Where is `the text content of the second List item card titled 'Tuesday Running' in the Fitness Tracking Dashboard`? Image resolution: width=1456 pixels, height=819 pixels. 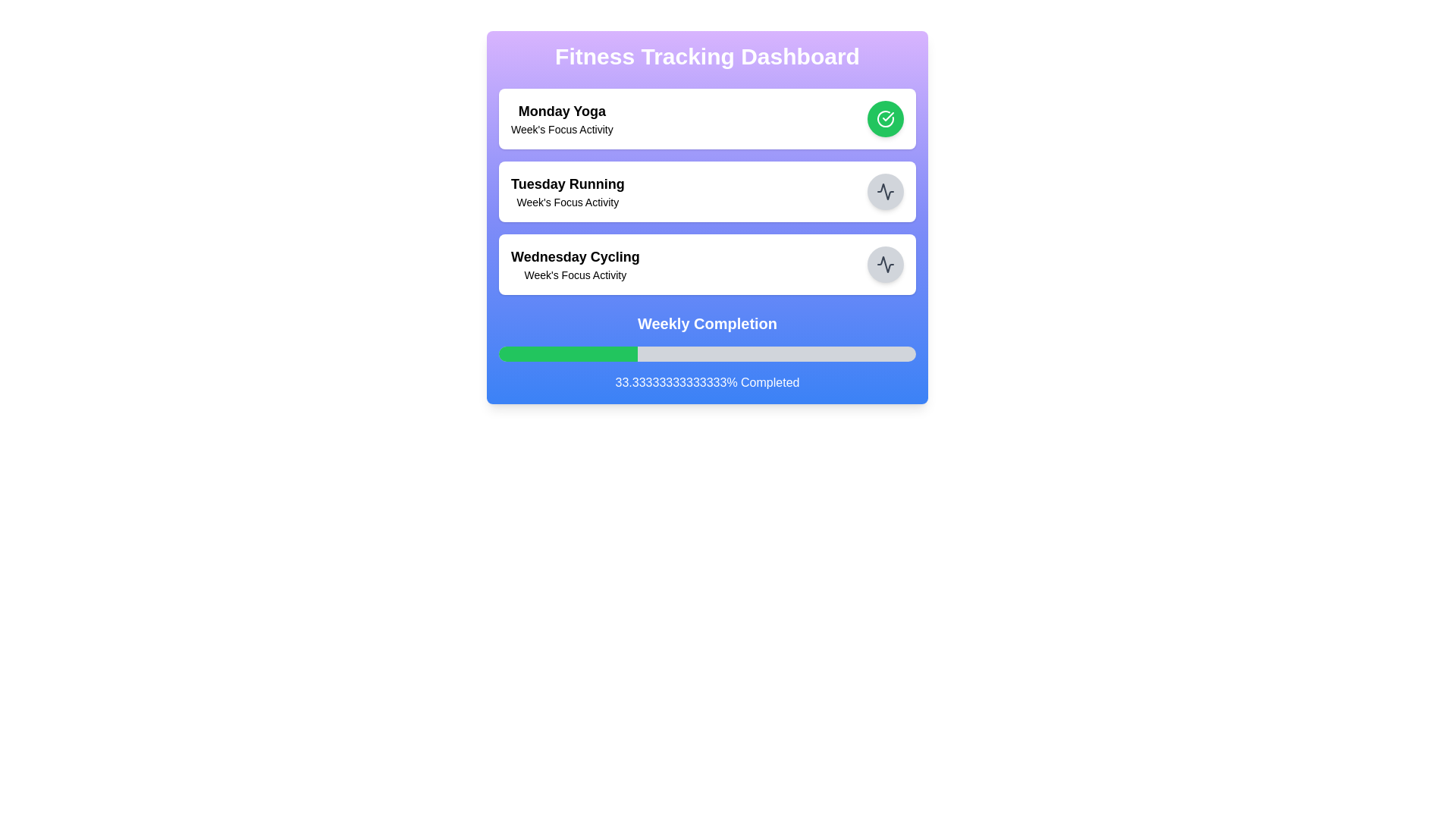 the text content of the second List item card titled 'Tuesday Running' in the Fitness Tracking Dashboard is located at coordinates (706, 191).